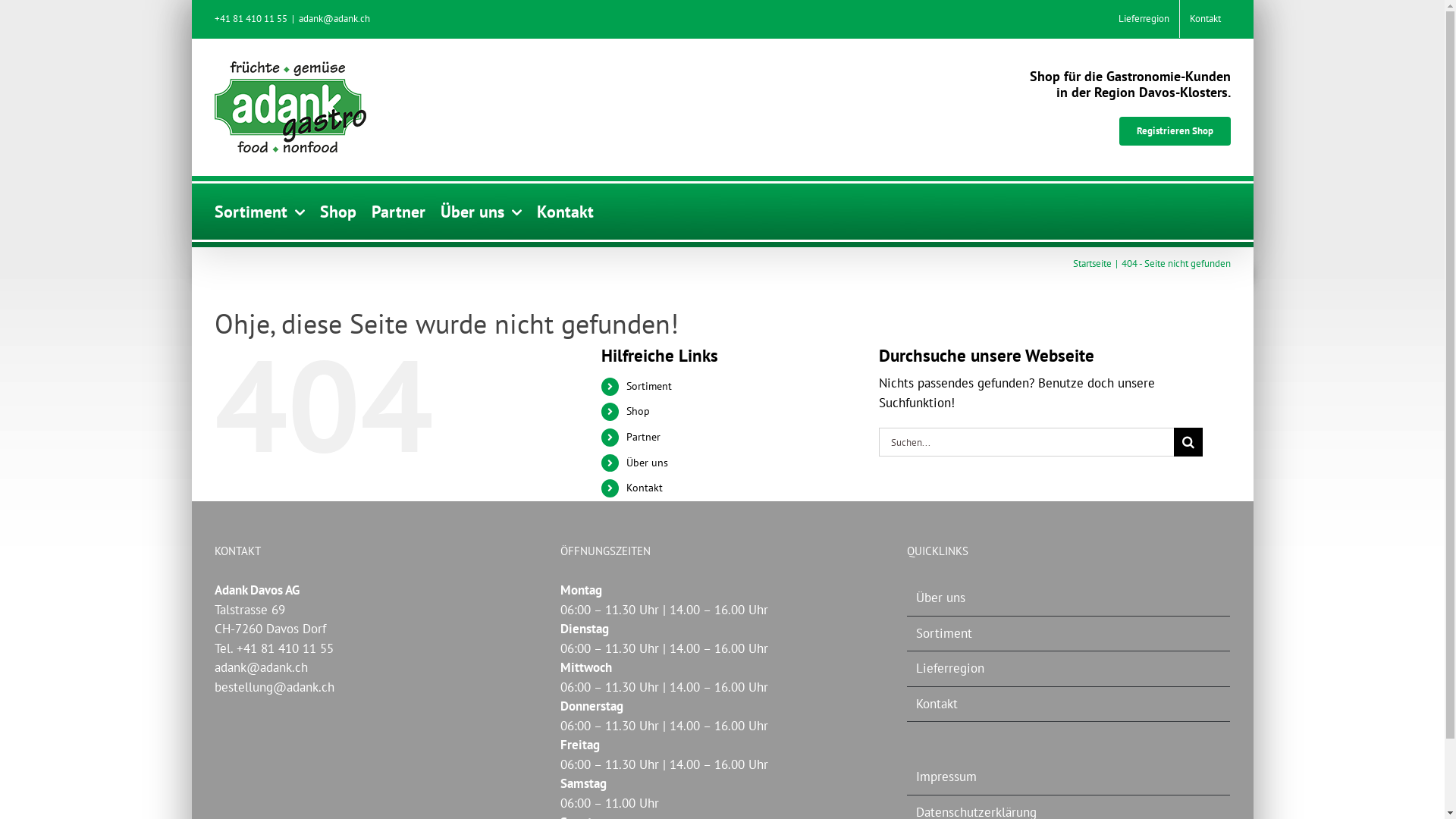  What do you see at coordinates (1068, 668) in the screenshot?
I see `'Lieferregion'` at bounding box center [1068, 668].